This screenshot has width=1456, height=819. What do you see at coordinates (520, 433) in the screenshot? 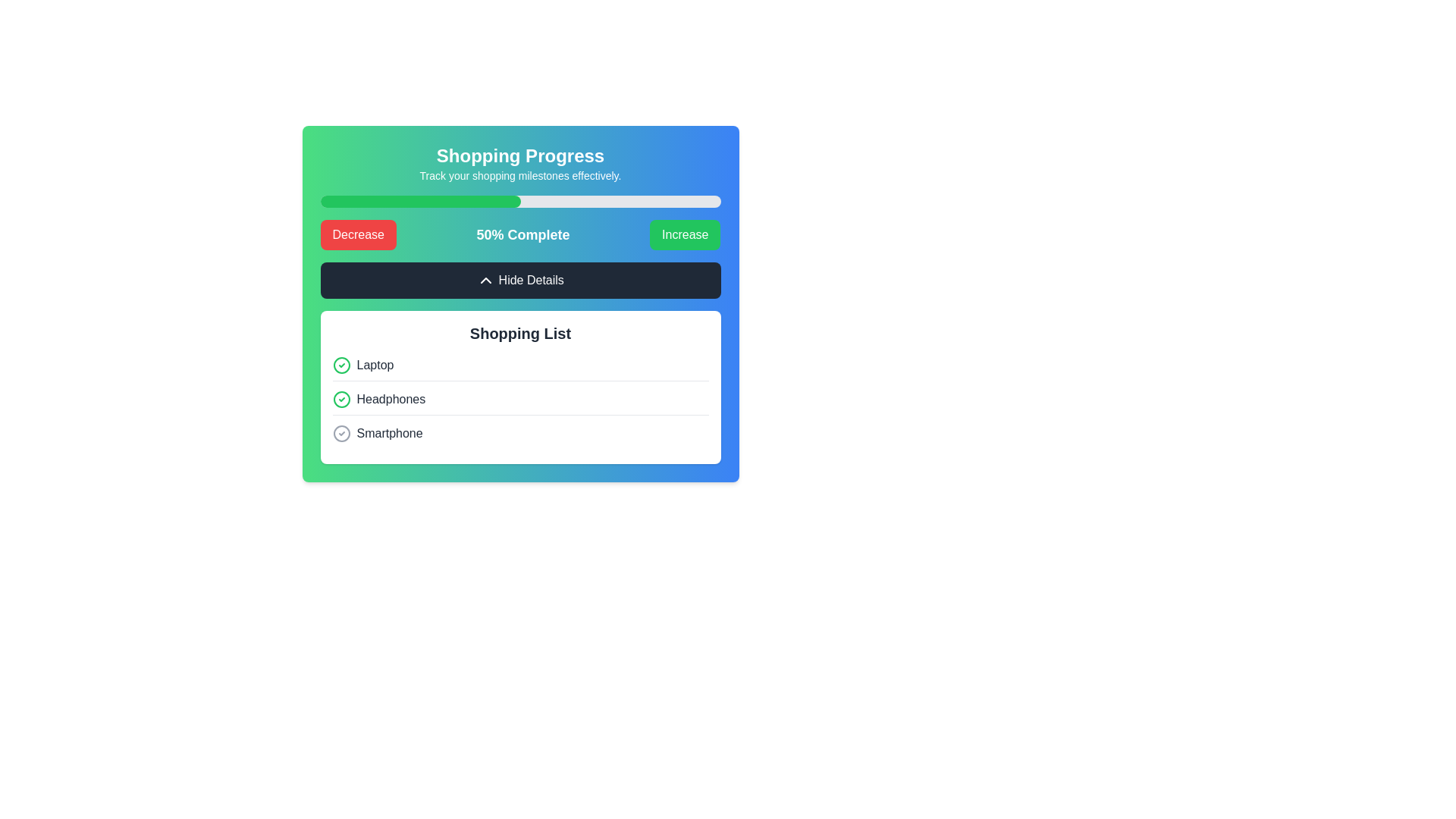
I see `the checklist item labeled 'Smartphone' in the 'Shopping List'` at bounding box center [520, 433].